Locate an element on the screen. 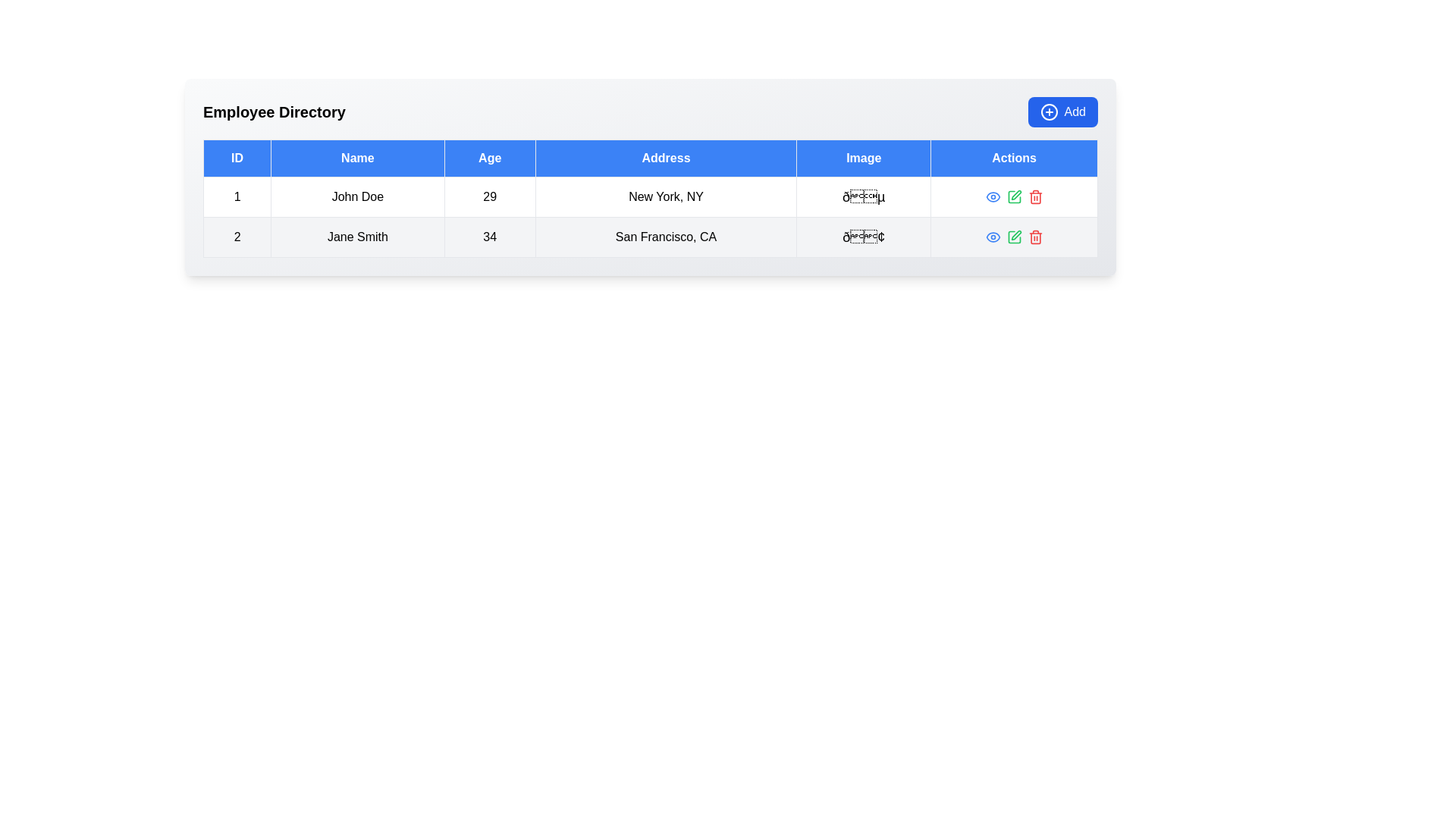 The height and width of the screenshot is (819, 1456). the static text cell displaying 'New York, NY' located in the fourth column of the first row under the 'Address' header is located at coordinates (666, 196).